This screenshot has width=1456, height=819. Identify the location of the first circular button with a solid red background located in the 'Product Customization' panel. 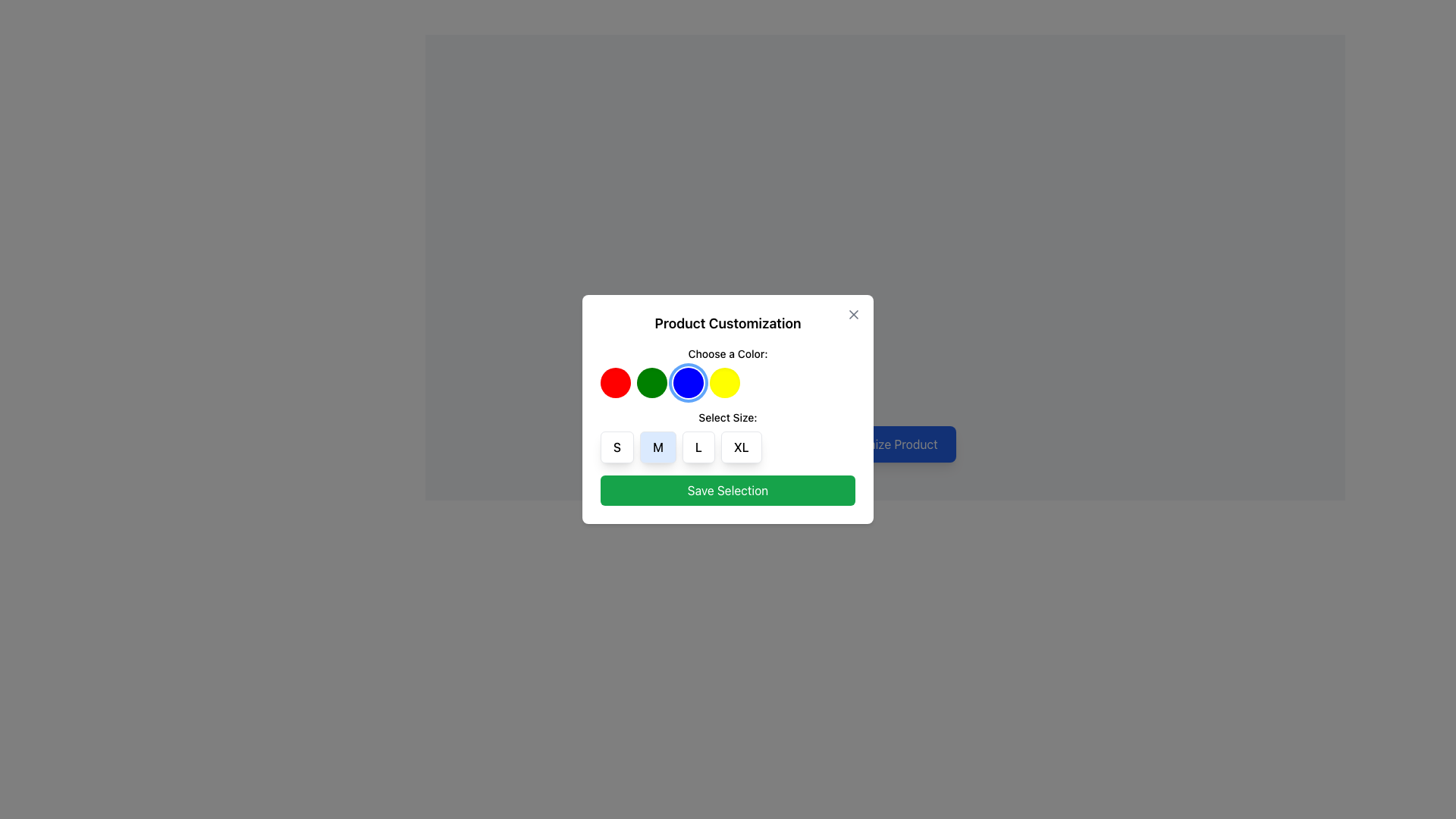
(615, 382).